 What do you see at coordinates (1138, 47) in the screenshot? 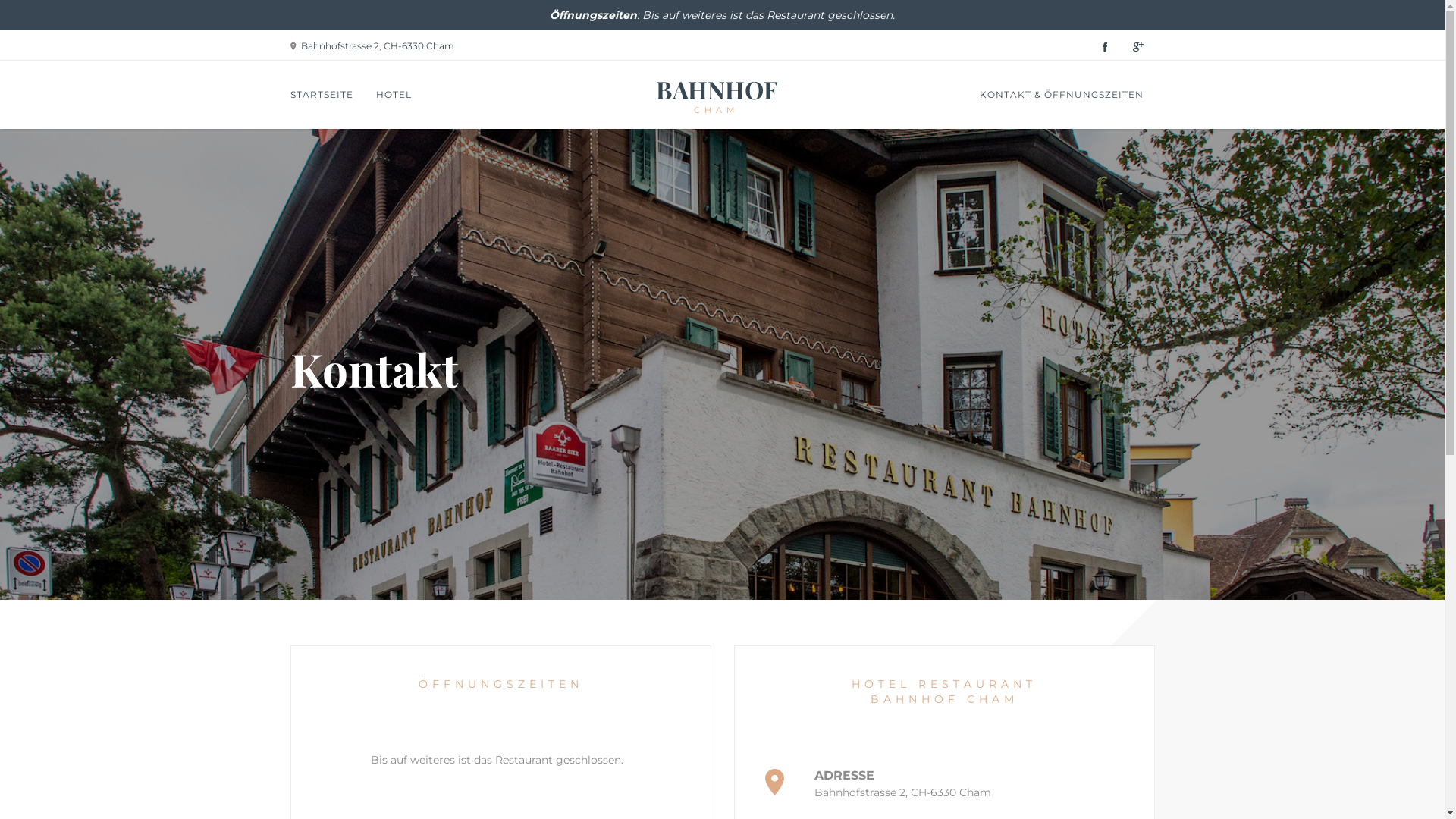
I see `'Google Plus | Hotel Restaurant Bahnhof Cham'` at bounding box center [1138, 47].